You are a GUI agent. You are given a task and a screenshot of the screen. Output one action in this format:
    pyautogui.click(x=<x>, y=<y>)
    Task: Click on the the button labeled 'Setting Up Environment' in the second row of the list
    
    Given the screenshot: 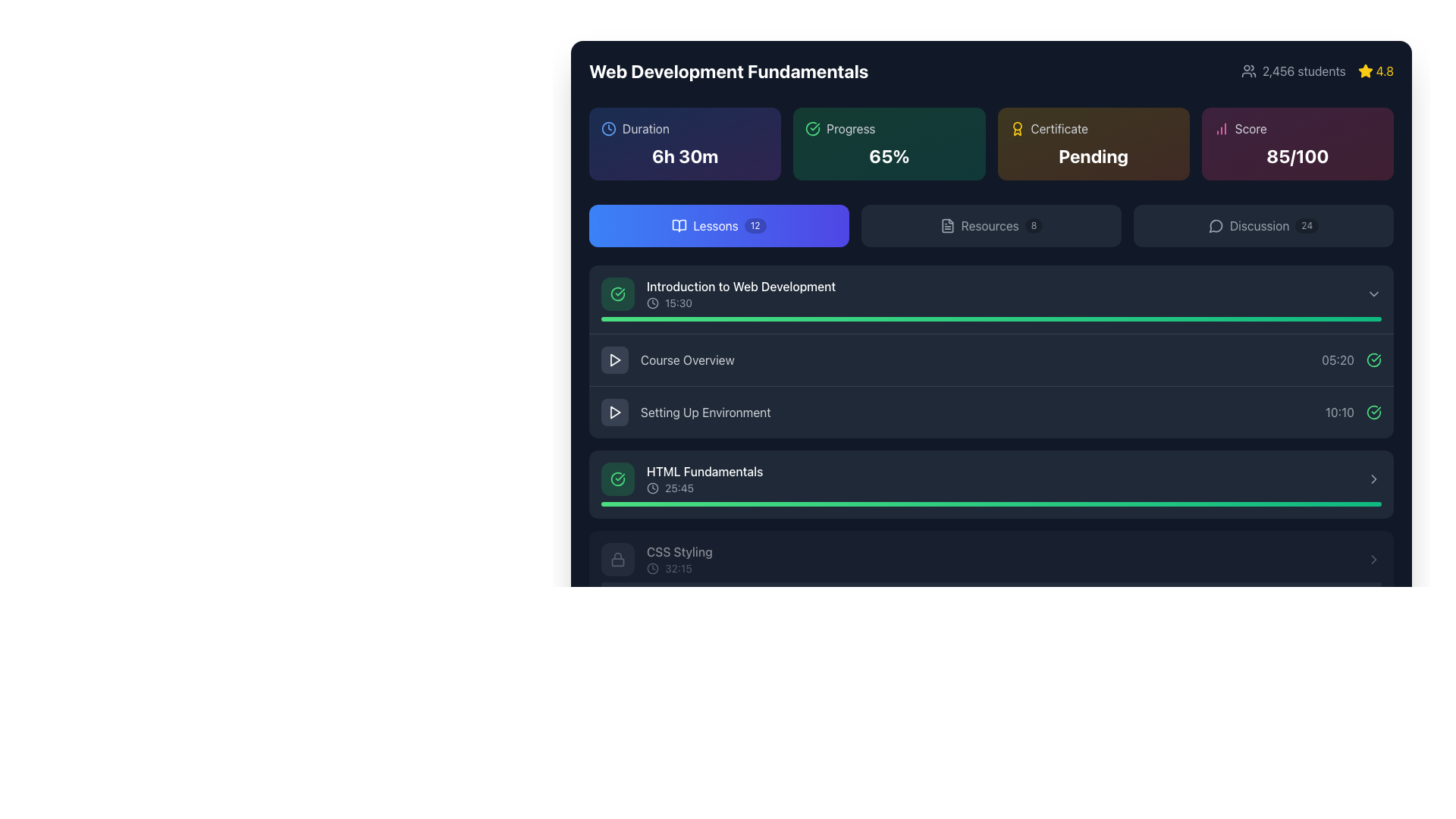 What is the action you would take?
    pyautogui.click(x=991, y=412)
    